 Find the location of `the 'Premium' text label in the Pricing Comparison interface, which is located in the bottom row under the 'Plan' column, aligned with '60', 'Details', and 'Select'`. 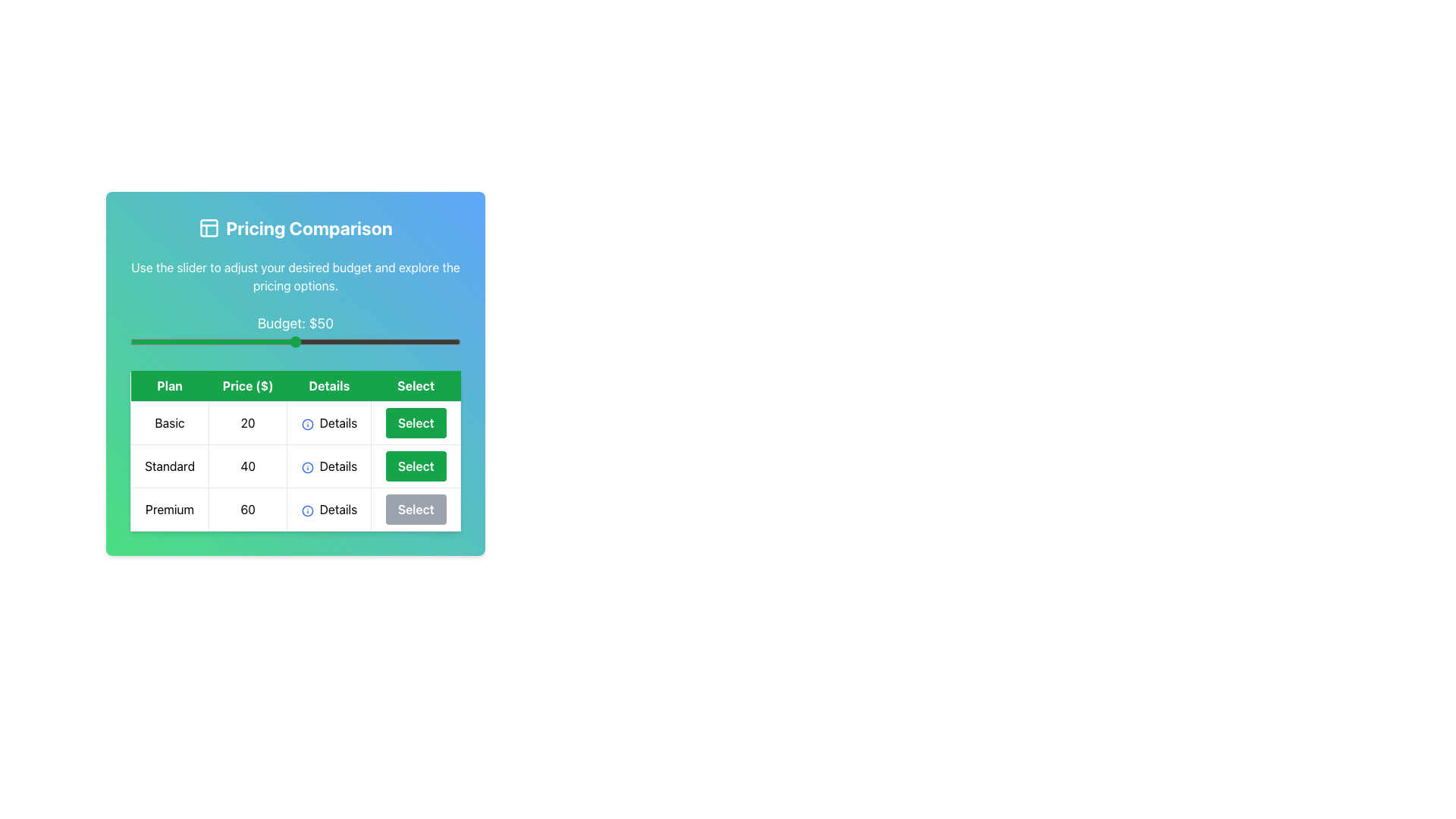

the 'Premium' text label in the Pricing Comparison interface, which is located in the bottom row under the 'Plan' column, aligned with '60', 'Details', and 'Select' is located at coordinates (170, 509).